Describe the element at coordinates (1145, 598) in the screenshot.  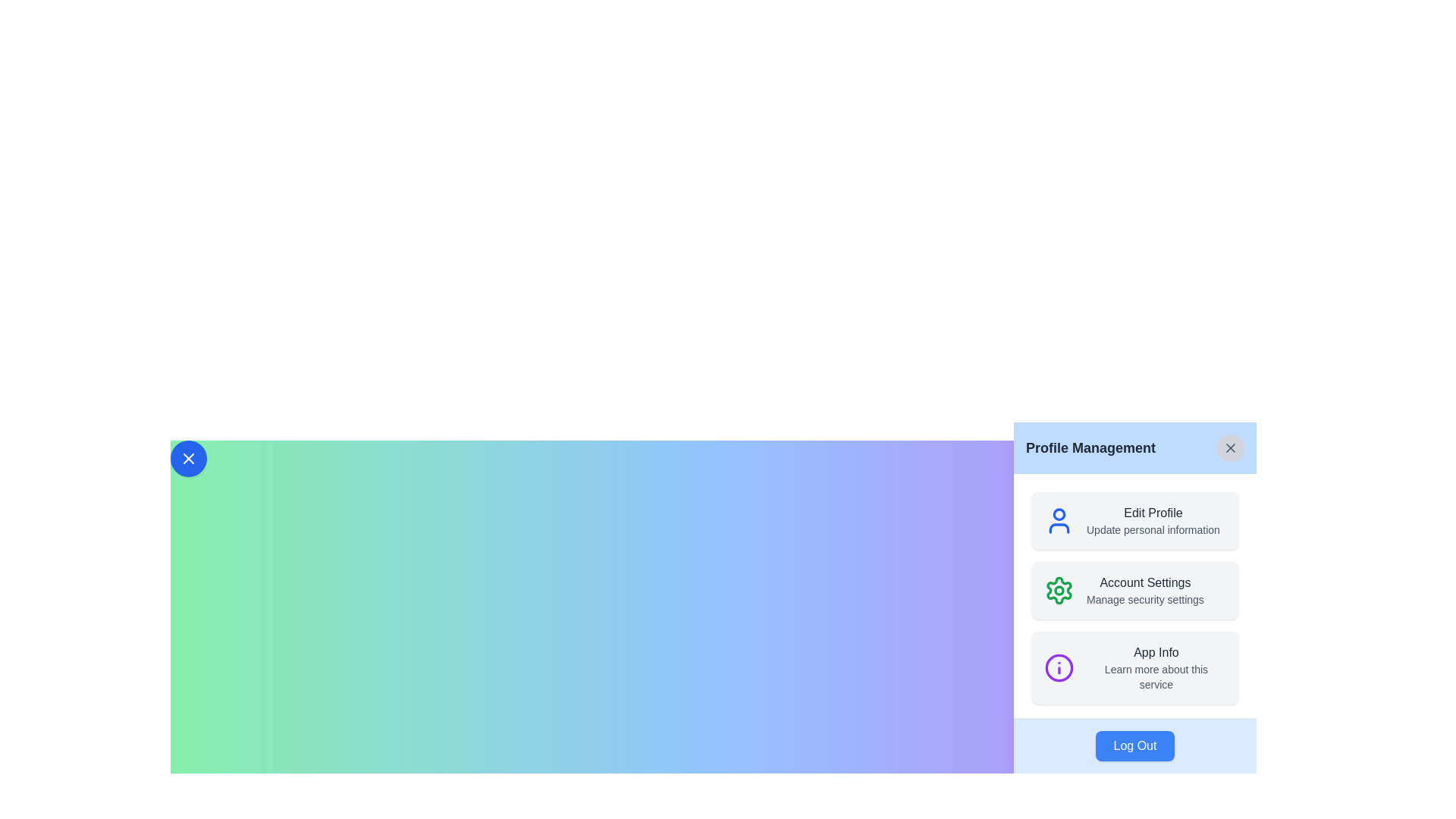
I see `the text label 'Manage security settings' located beneath the 'Account Settings' in the 'Profile Management' section` at that location.